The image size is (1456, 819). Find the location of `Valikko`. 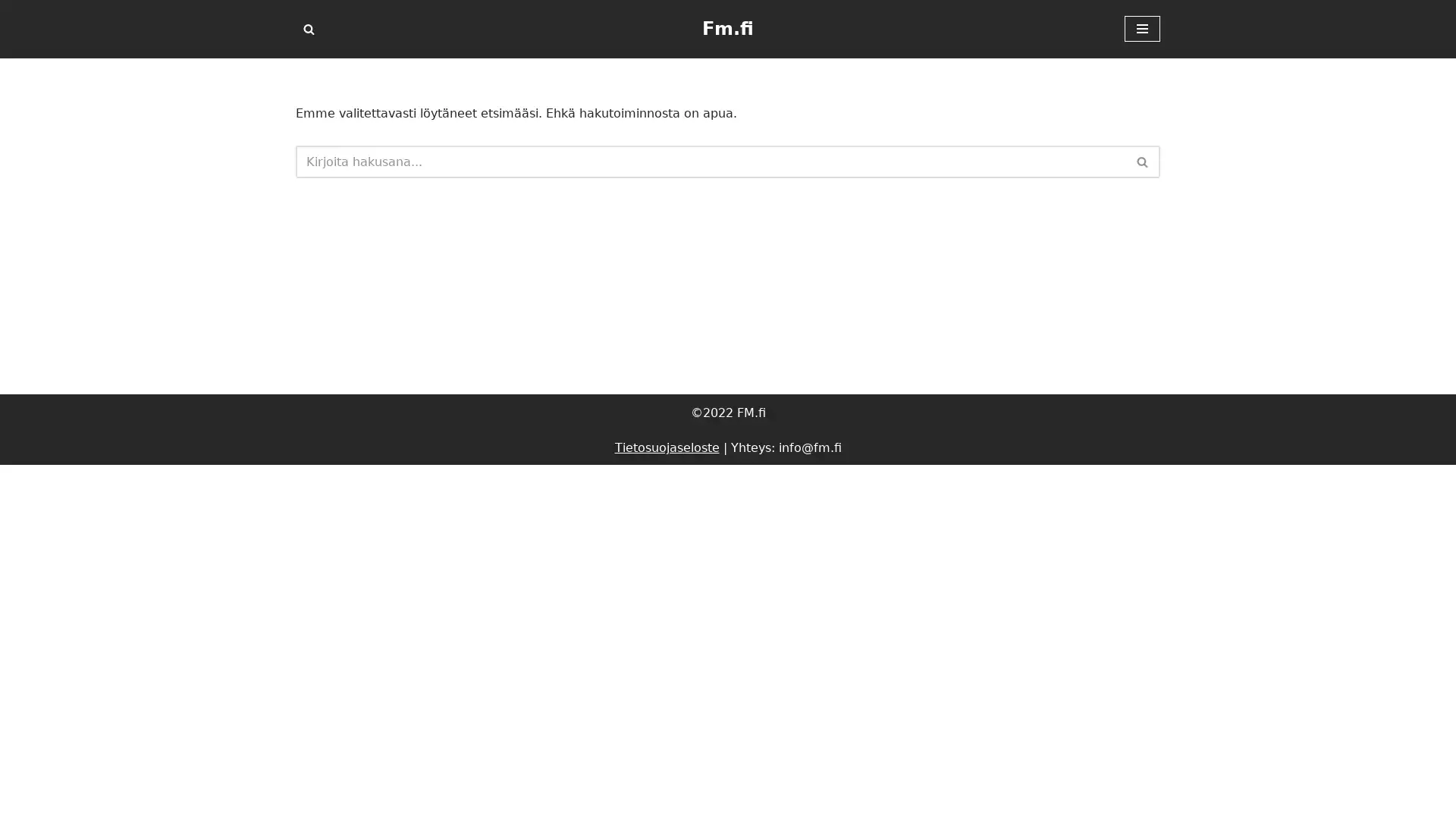

Valikko is located at coordinates (1142, 29).